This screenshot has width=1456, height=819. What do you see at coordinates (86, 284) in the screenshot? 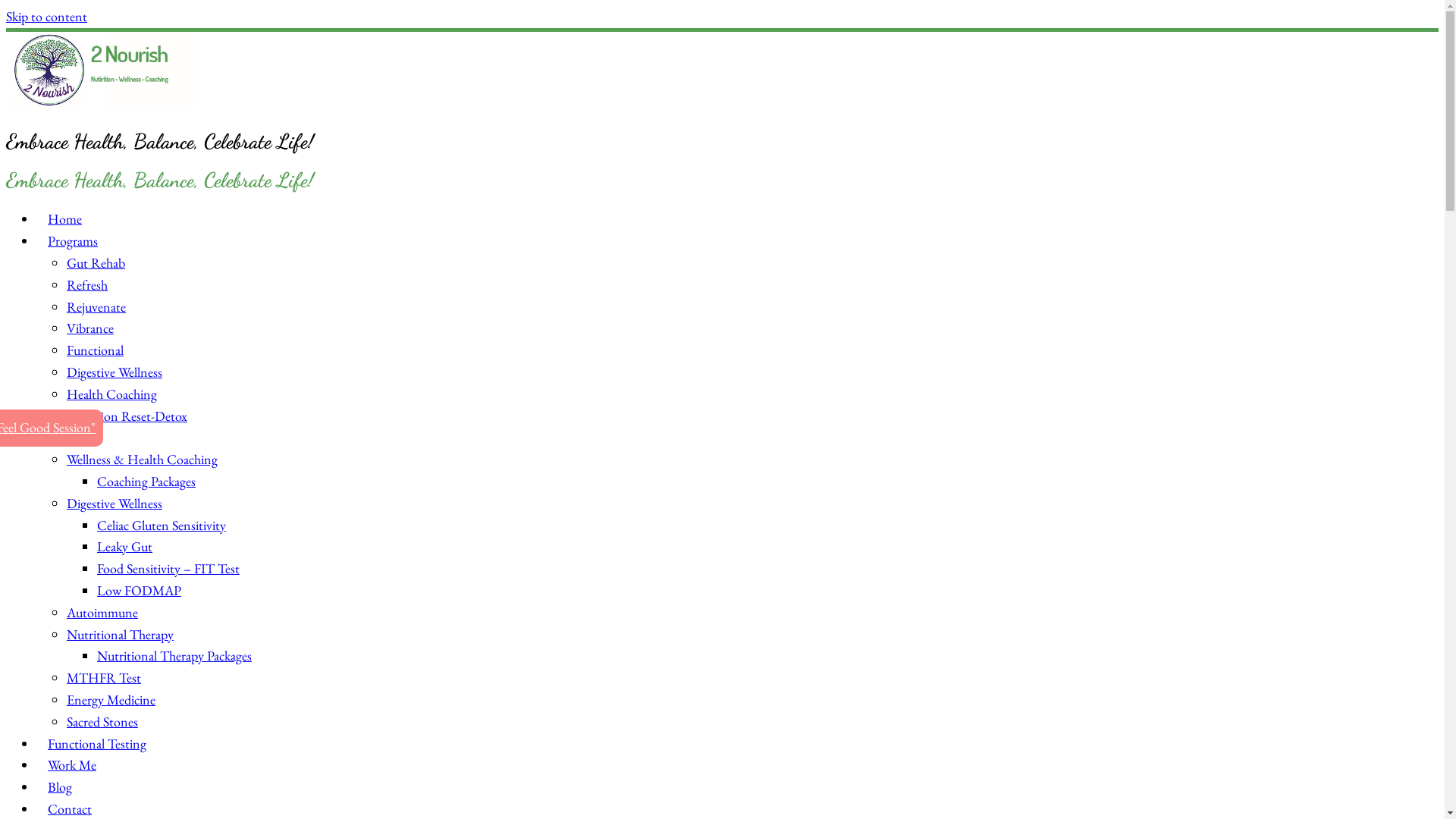
I see `'Refresh'` at bounding box center [86, 284].